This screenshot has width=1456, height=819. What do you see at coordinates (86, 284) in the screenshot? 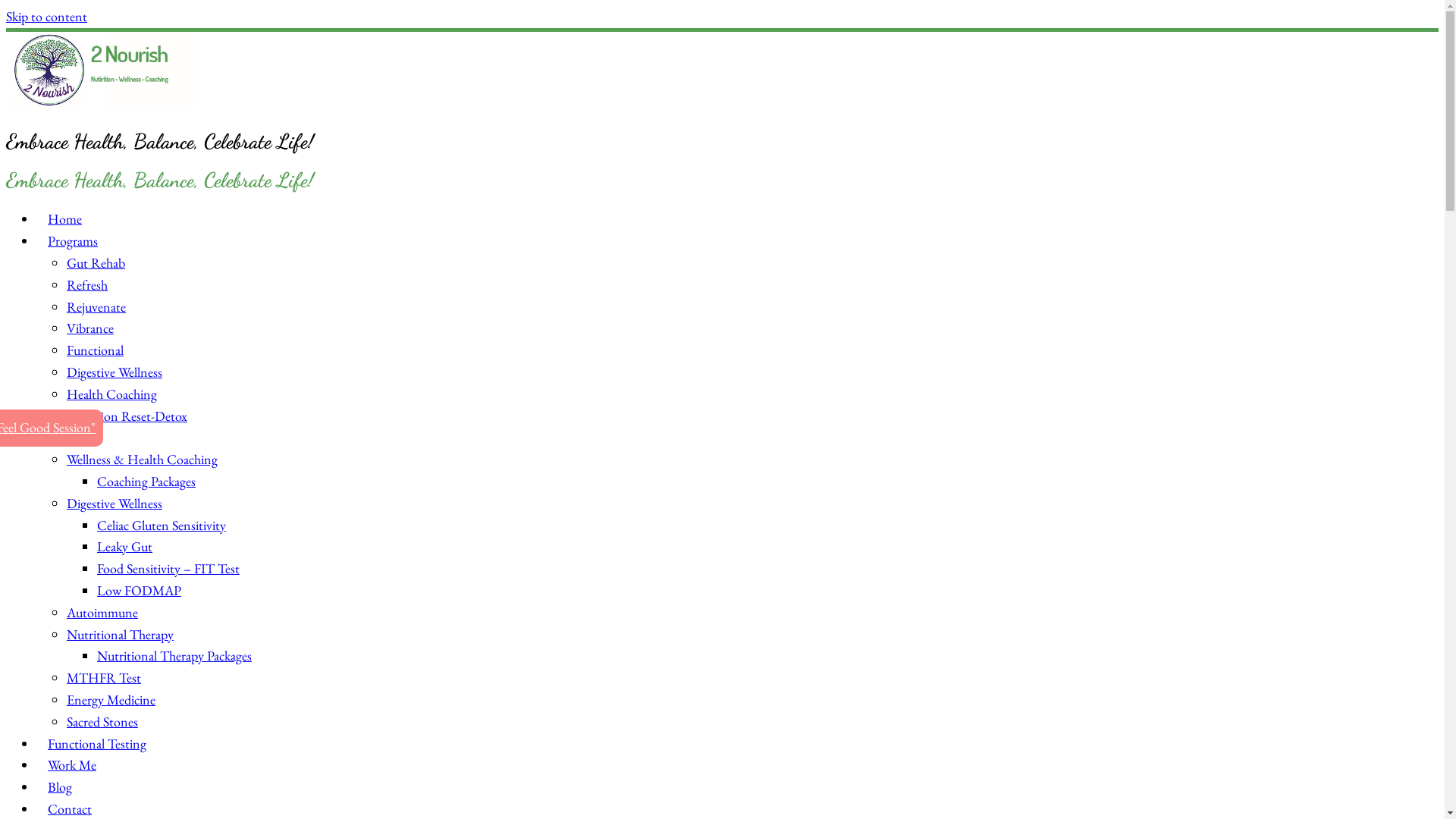
I see `'Refresh'` at bounding box center [86, 284].